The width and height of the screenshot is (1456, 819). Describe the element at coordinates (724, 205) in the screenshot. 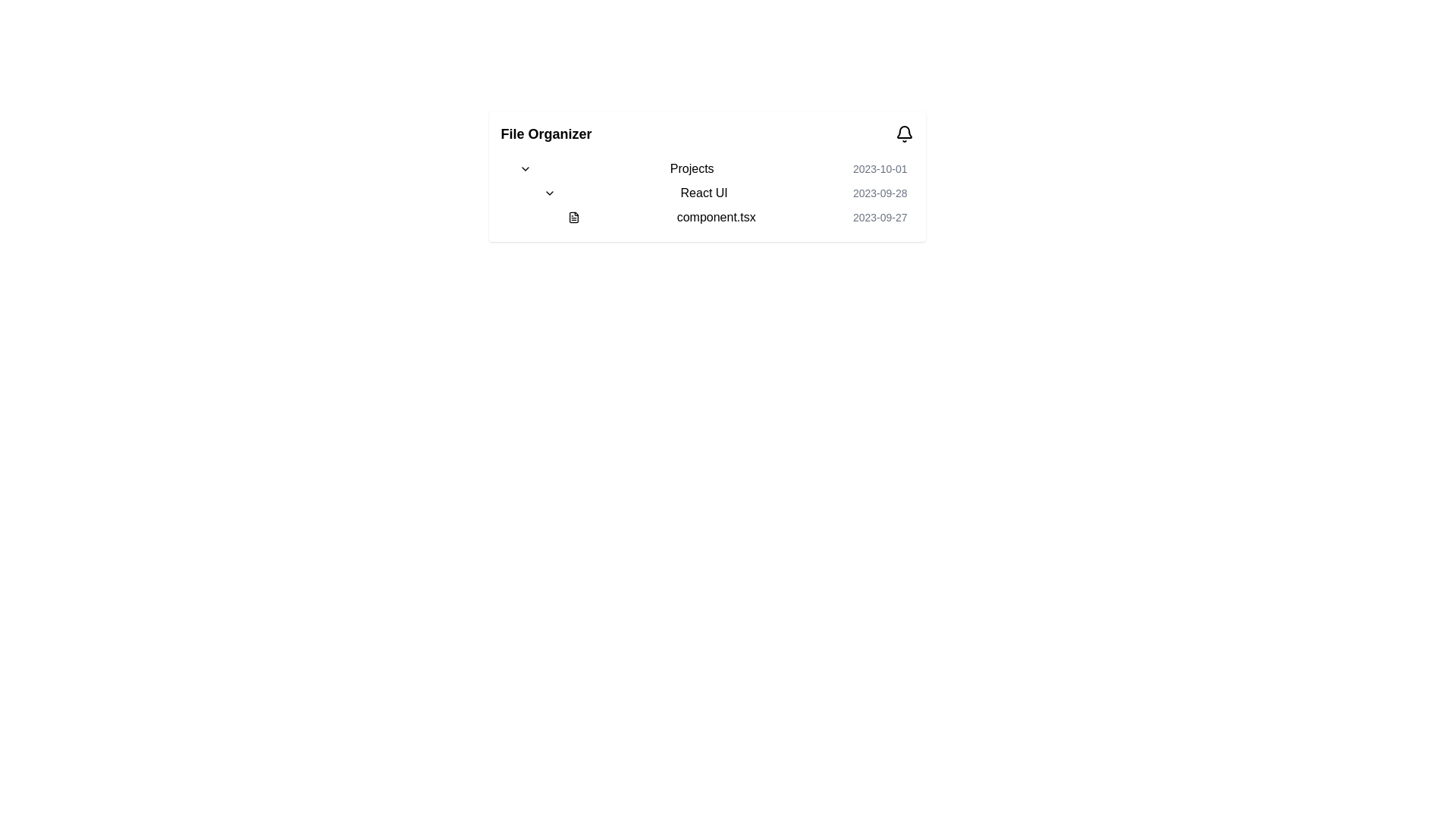

I see `the 'component.tsx' file entry under the 'React UI' section` at that location.